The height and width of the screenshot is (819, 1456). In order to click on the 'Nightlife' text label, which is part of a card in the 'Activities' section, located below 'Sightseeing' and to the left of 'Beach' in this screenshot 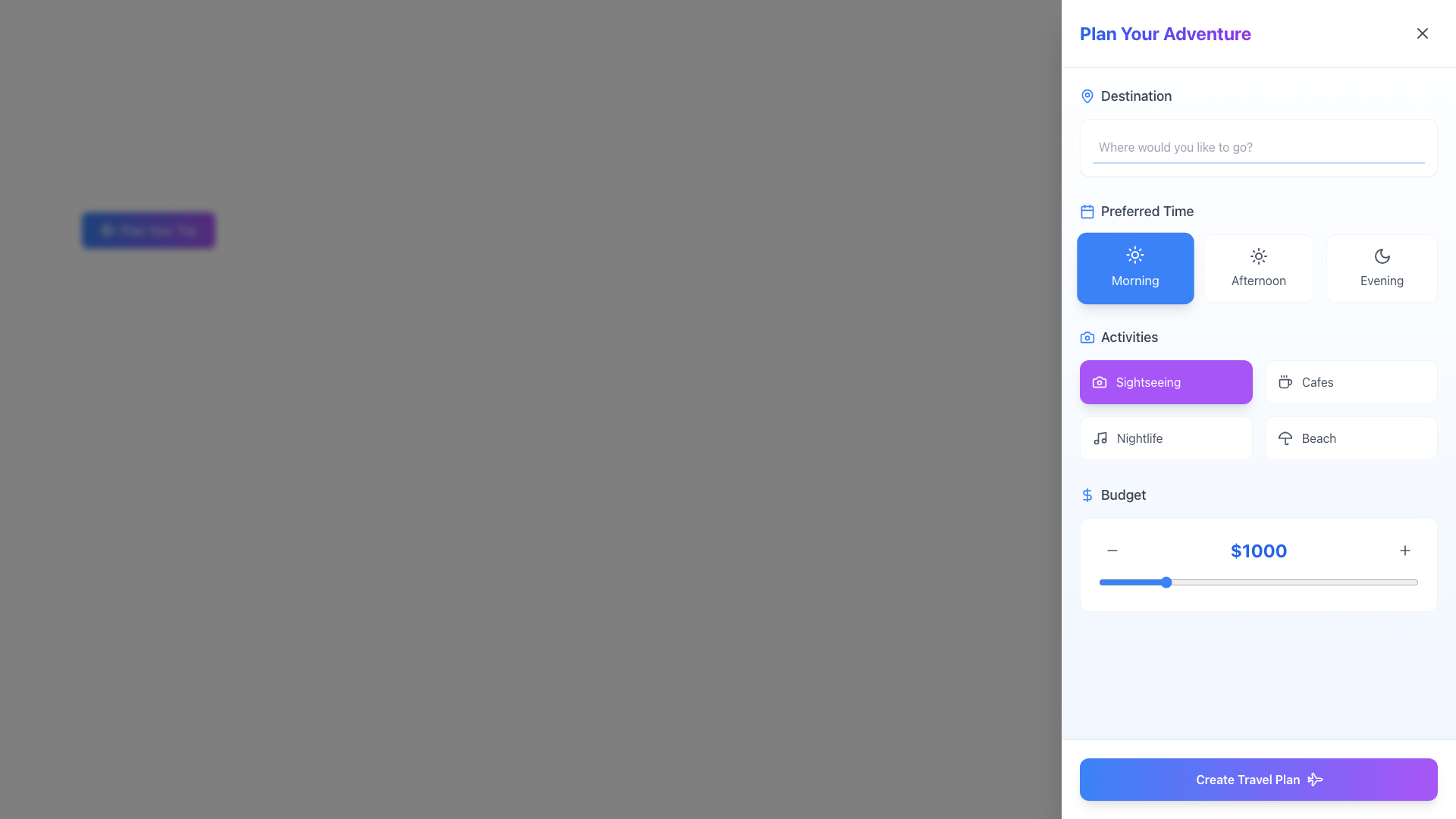, I will do `click(1140, 438)`.